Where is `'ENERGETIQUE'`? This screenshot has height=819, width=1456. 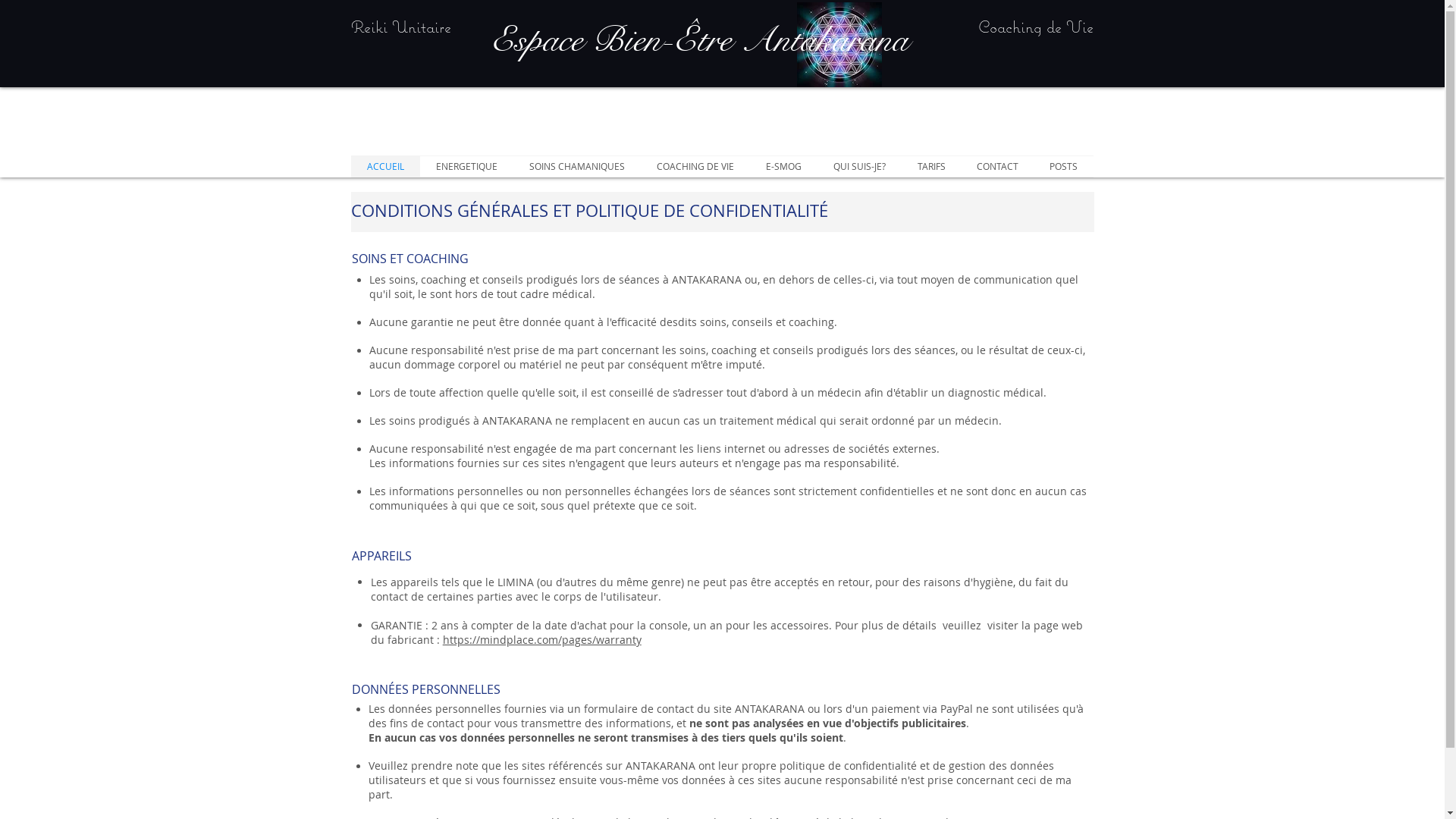 'ENERGETIQUE' is located at coordinates (466, 166).